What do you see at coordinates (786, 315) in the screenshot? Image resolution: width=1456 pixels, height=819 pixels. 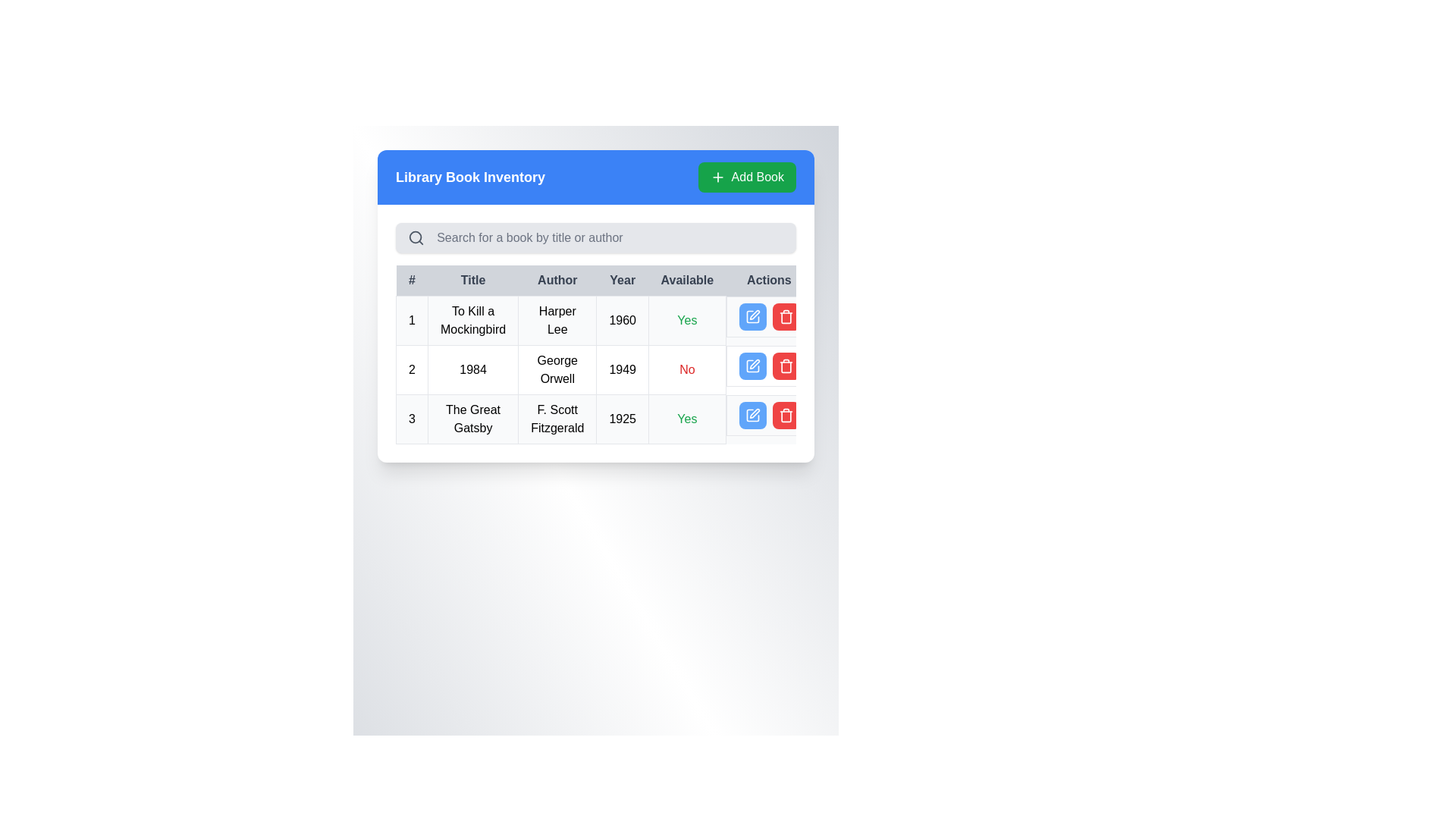 I see `the trash bin icon located within the red button in the 'Actions' column of the third row corresponding to the book titled 'The Great Gatsby'` at bounding box center [786, 315].